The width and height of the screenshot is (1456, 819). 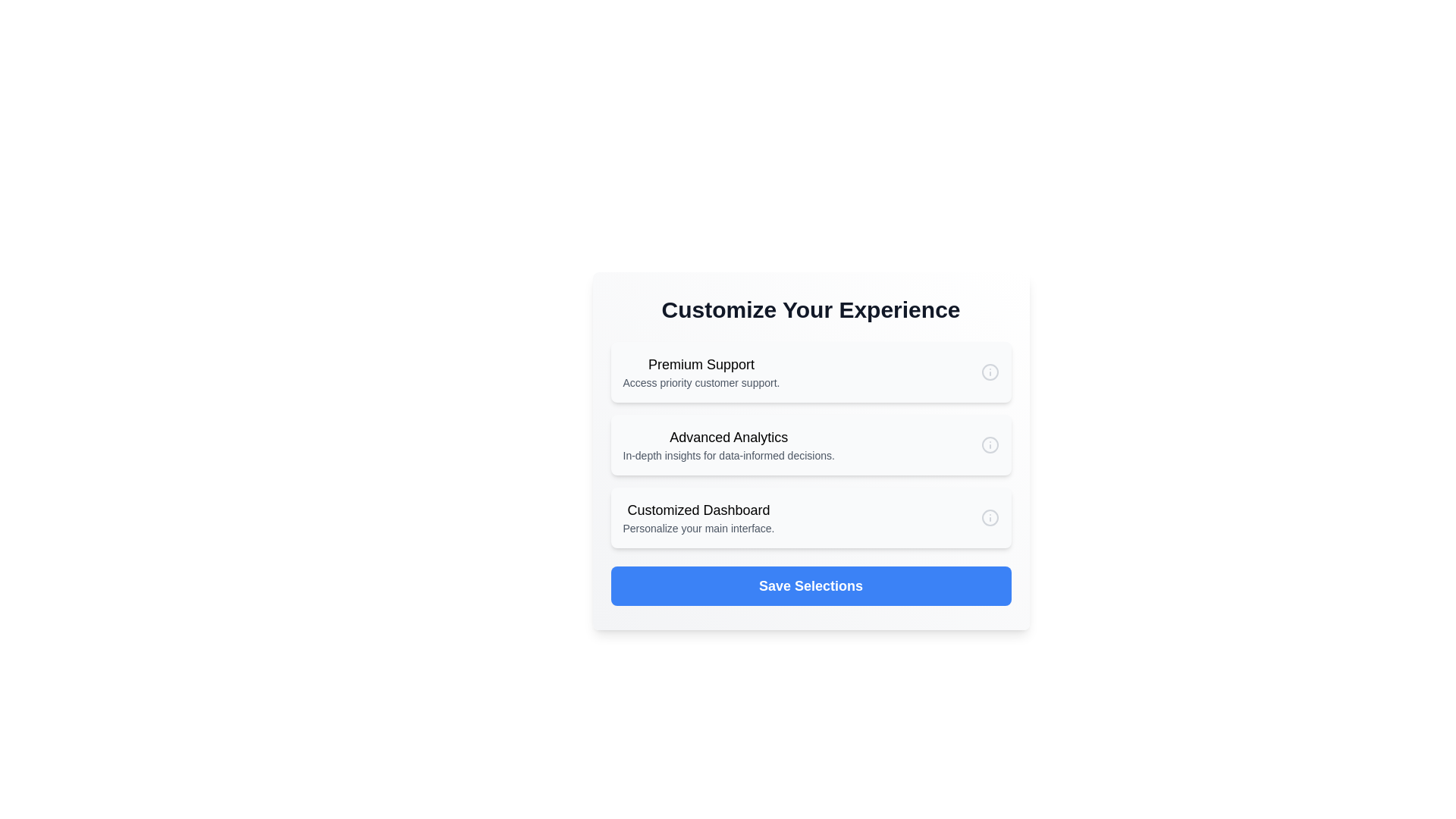 What do you see at coordinates (810, 516) in the screenshot?
I see `the feature Customized Dashboard` at bounding box center [810, 516].